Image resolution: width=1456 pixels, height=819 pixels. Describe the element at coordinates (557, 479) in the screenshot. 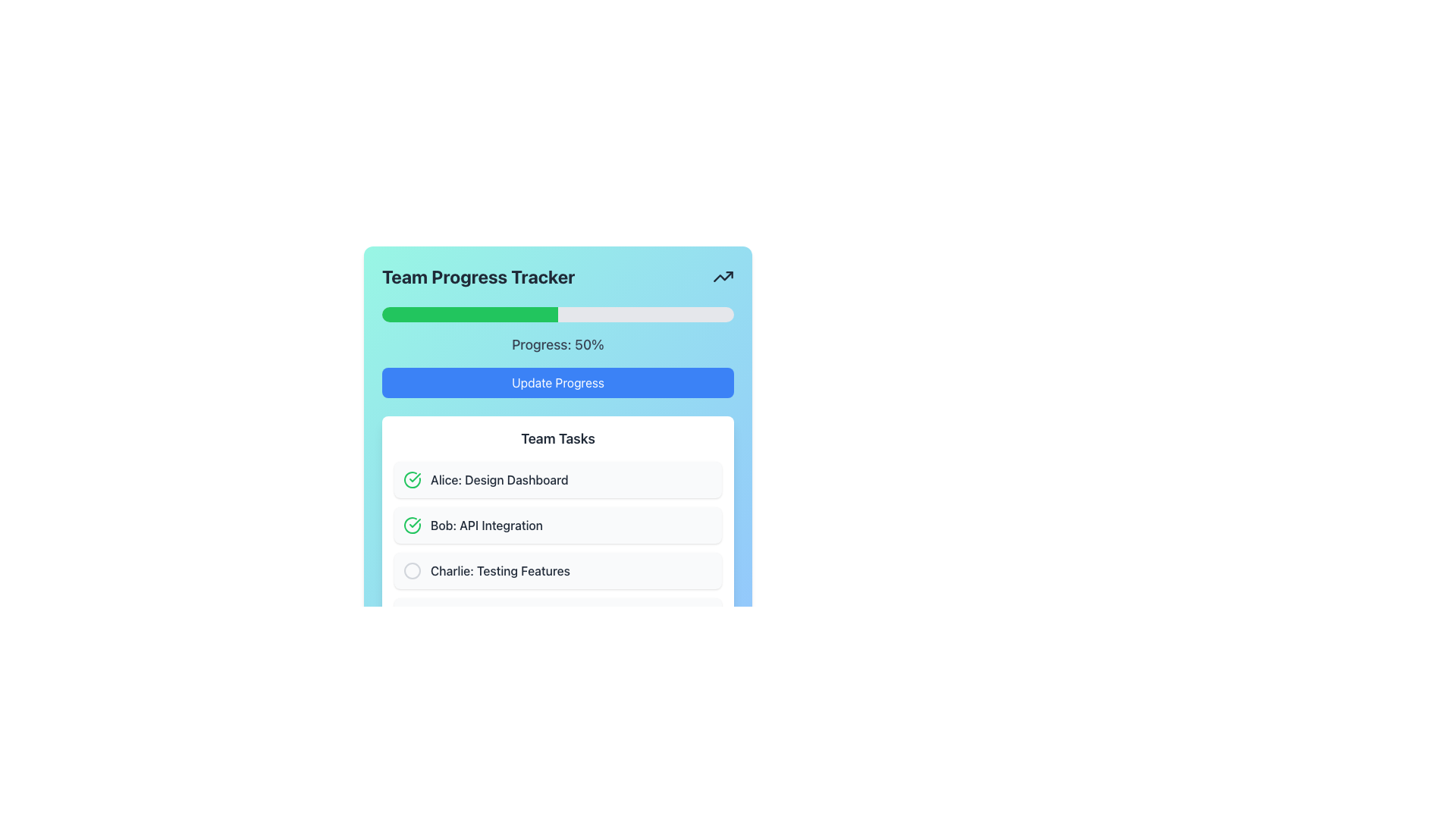

I see `the completed task list item titled 'Alice: Design Dashboard'` at that location.